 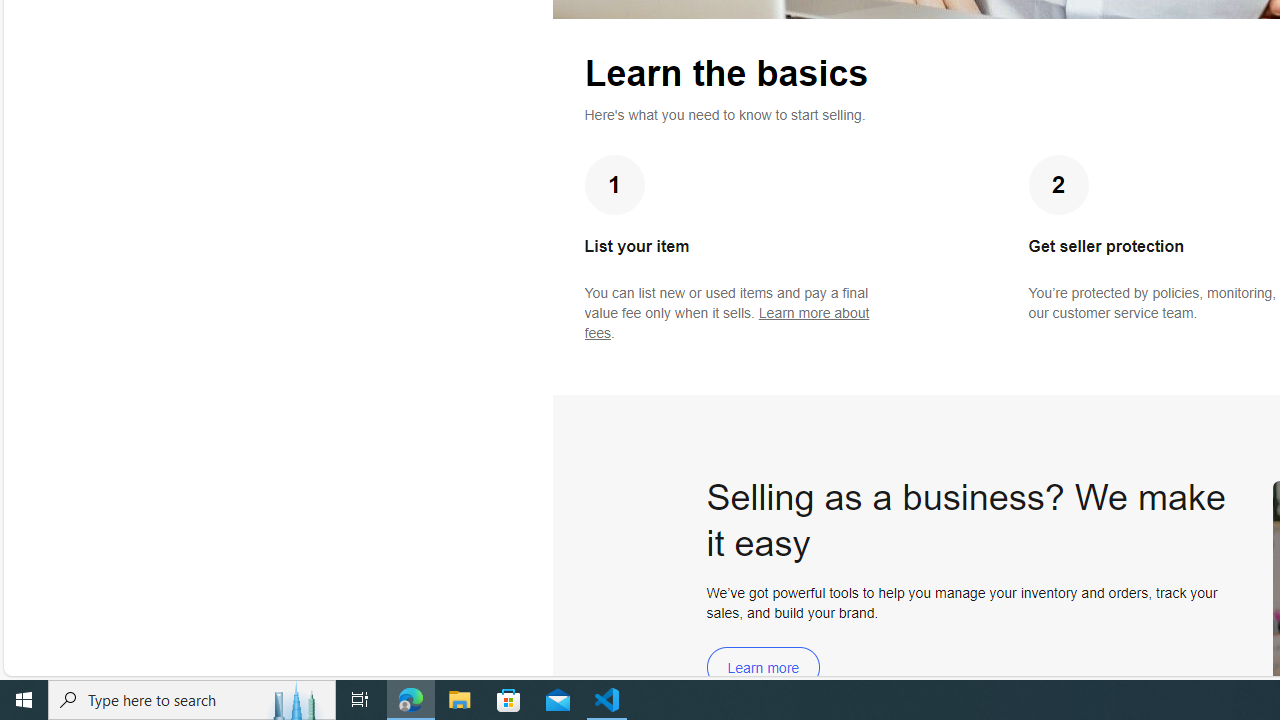 I want to click on 'Learn more', so click(x=762, y=667).